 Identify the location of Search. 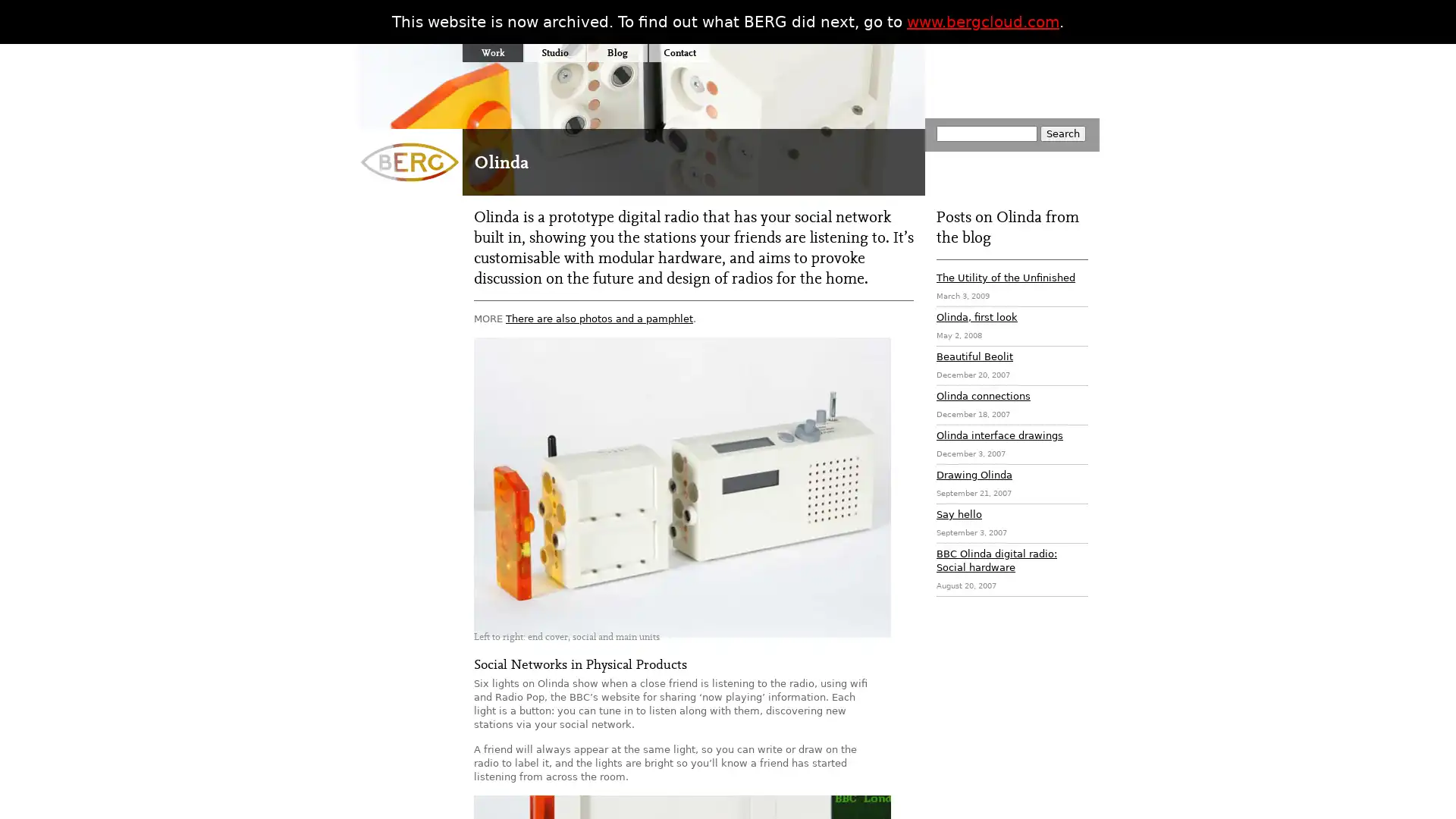
(1062, 133).